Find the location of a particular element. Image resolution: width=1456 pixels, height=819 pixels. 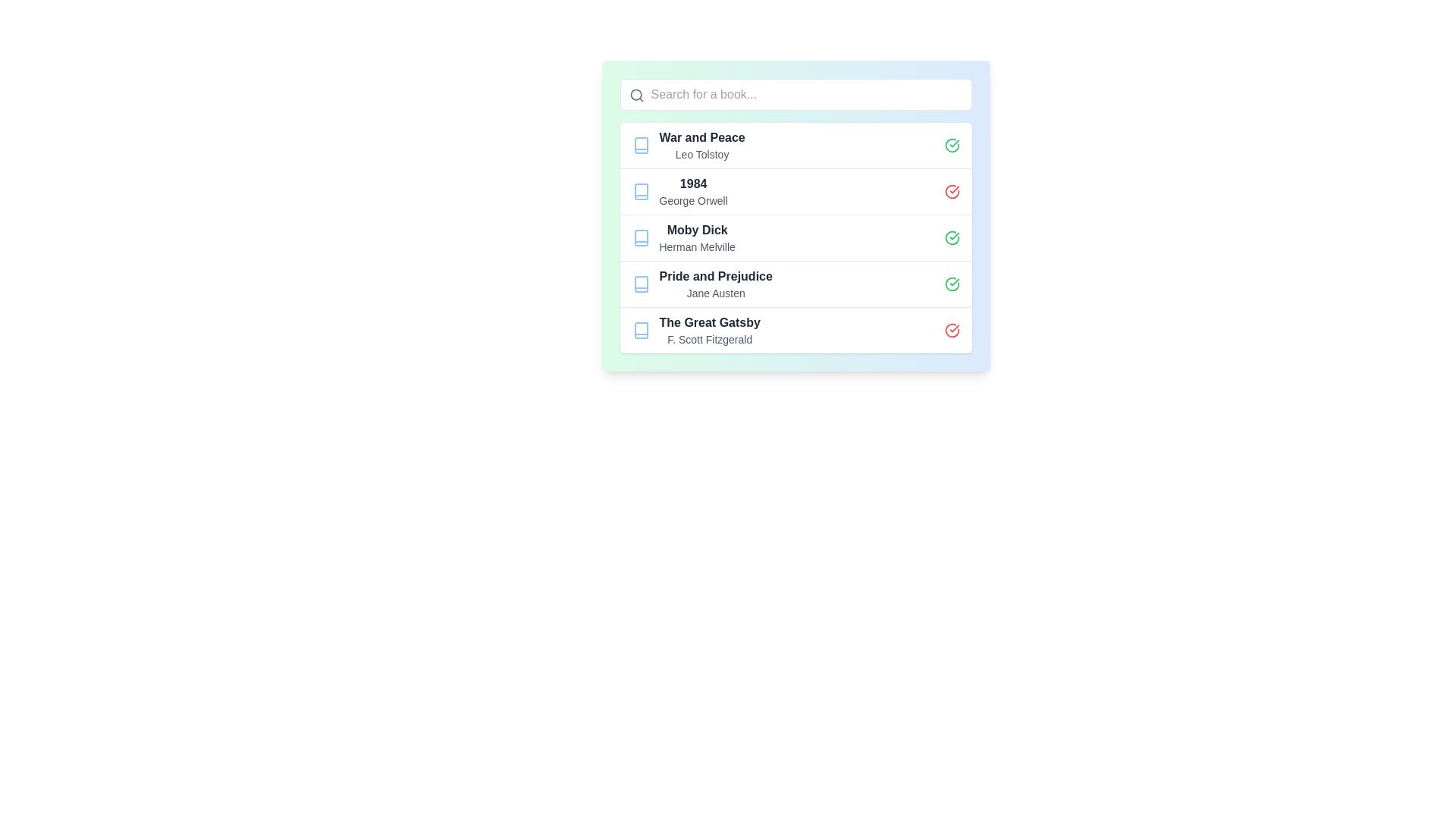

the 'Moby Dick' text display element, which shows 'Moby Dick' in bold and 'Herman Melville' below it is located at coordinates (696, 237).